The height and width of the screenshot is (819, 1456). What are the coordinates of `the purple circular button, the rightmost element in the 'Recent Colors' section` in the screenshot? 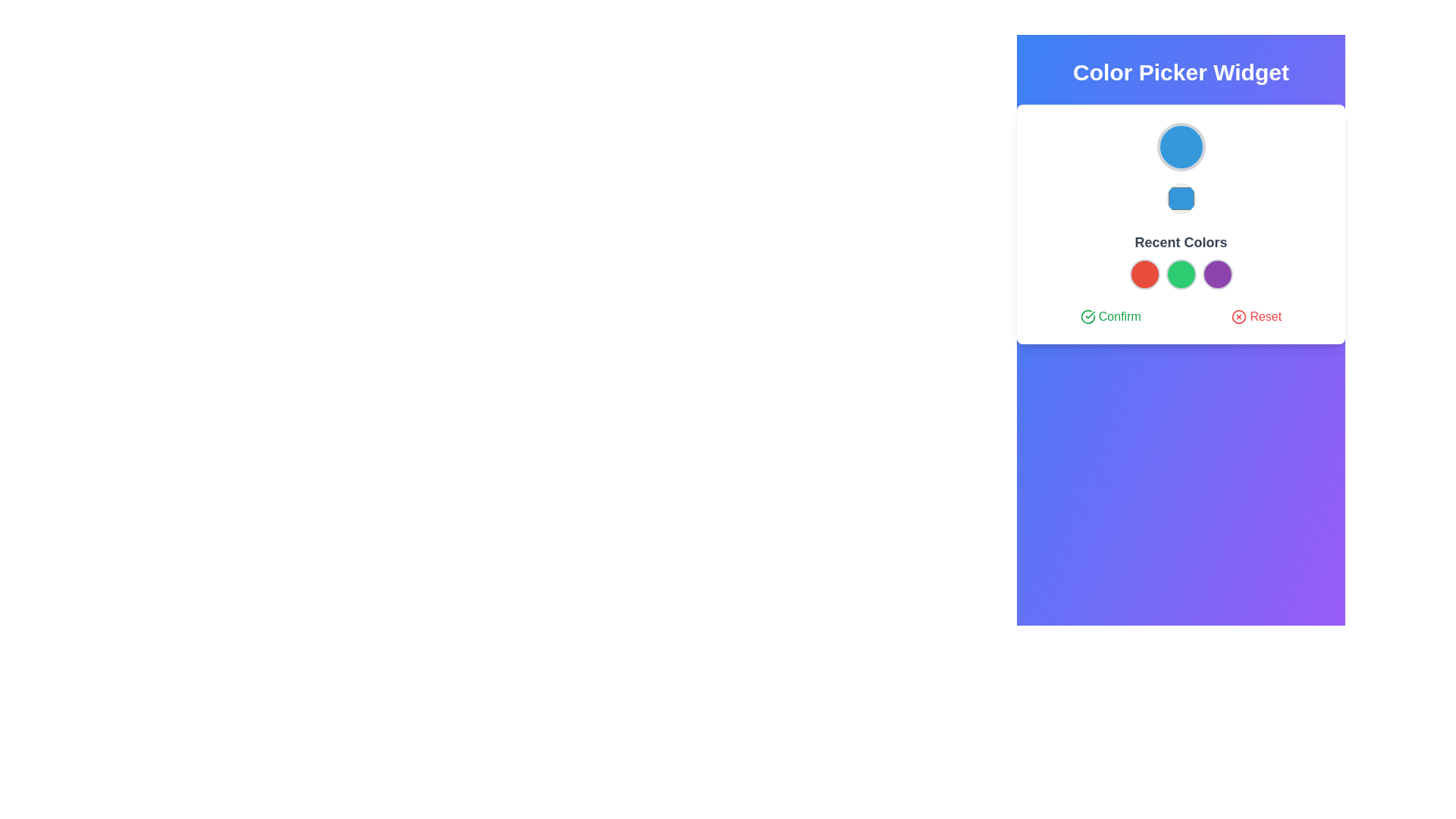 It's located at (1217, 275).